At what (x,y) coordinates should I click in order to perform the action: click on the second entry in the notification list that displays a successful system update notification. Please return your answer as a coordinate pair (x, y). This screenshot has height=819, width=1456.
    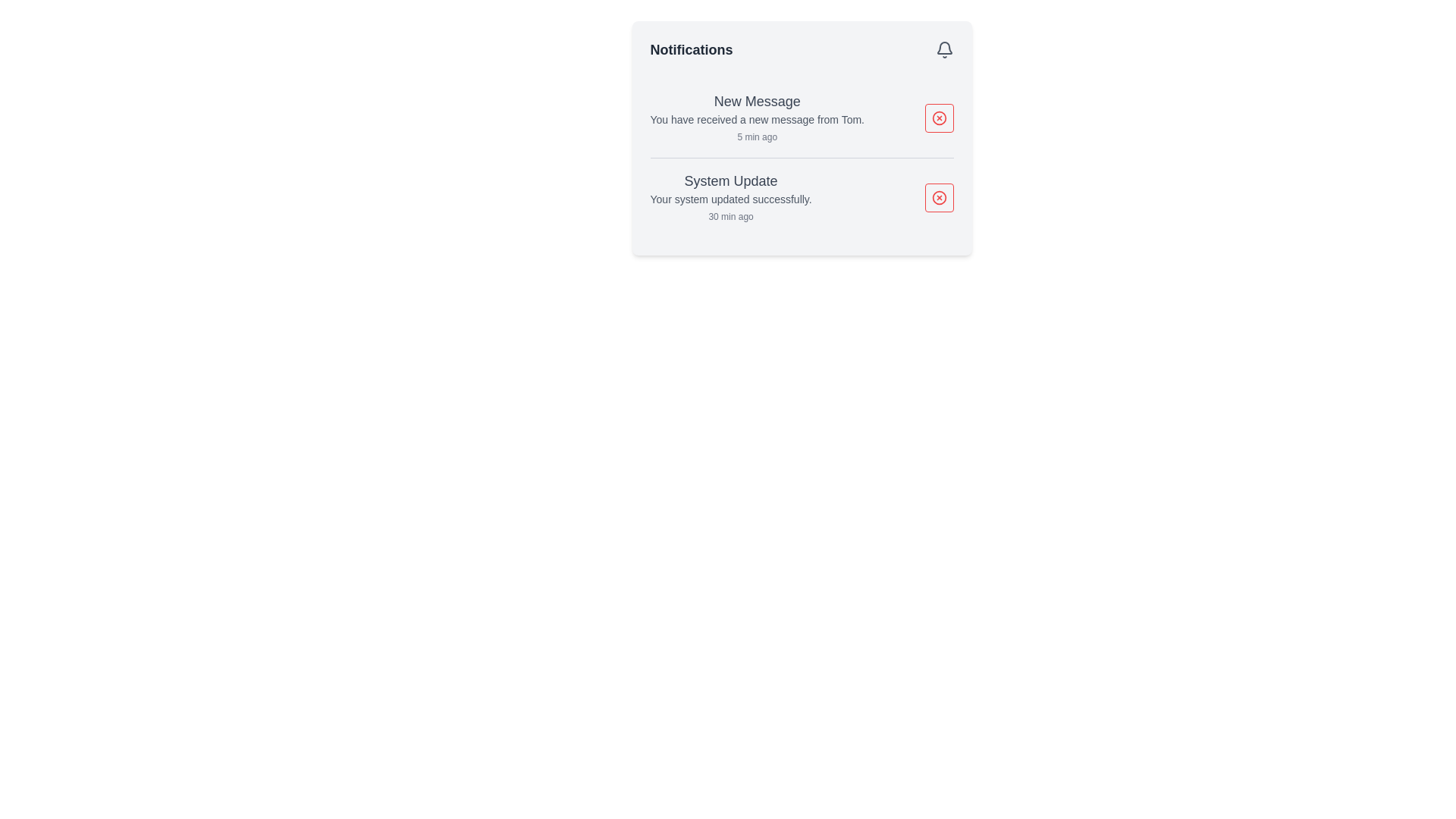
    Looking at the image, I should click on (731, 197).